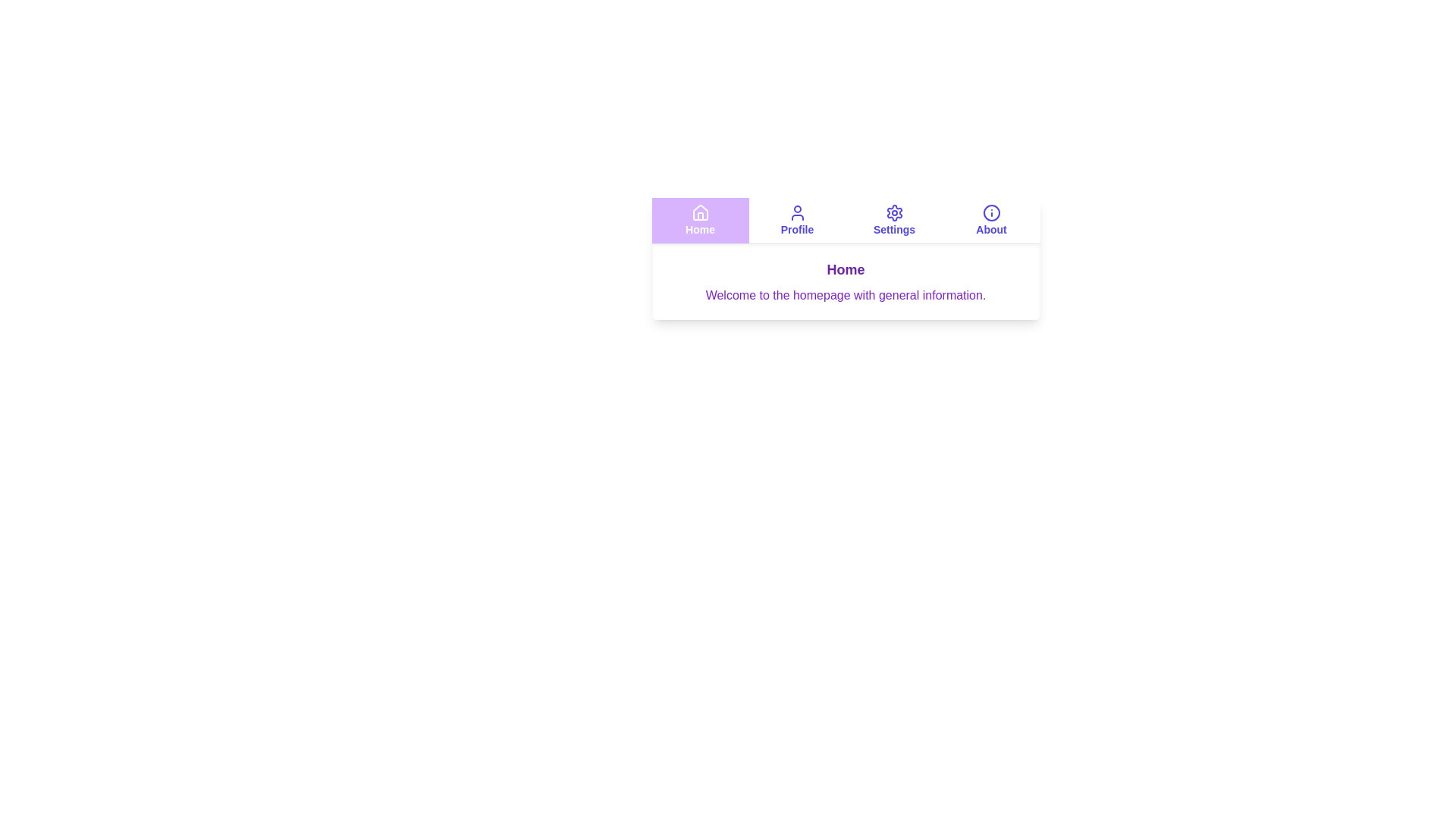  What do you see at coordinates (991, 220) in the screenshot?
I see `the About tab to navigate to it` at bounding box center [991, 220].